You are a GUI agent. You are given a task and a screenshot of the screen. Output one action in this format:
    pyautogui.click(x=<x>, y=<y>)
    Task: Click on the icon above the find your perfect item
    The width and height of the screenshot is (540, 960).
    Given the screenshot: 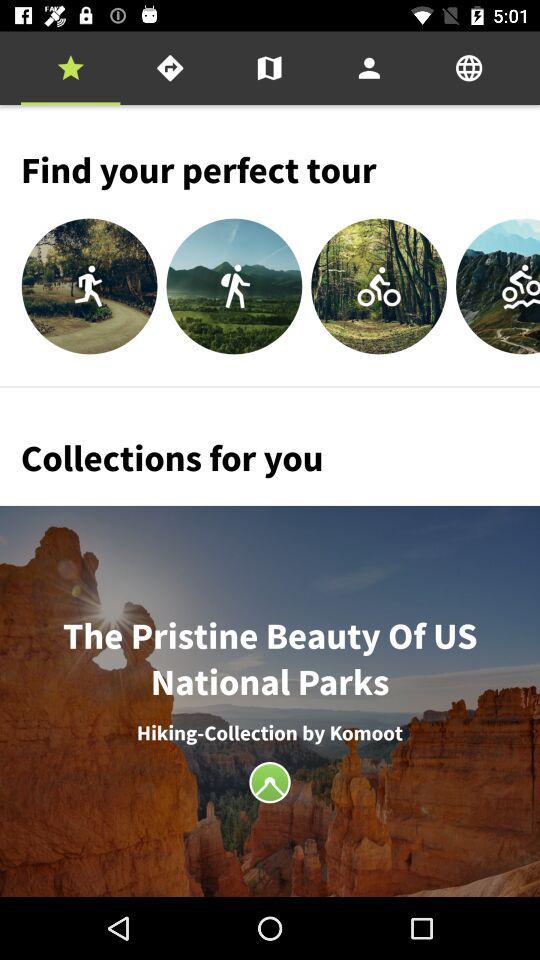 What is the action you would take?
    pyautogui.click(x=469, y=68)
    